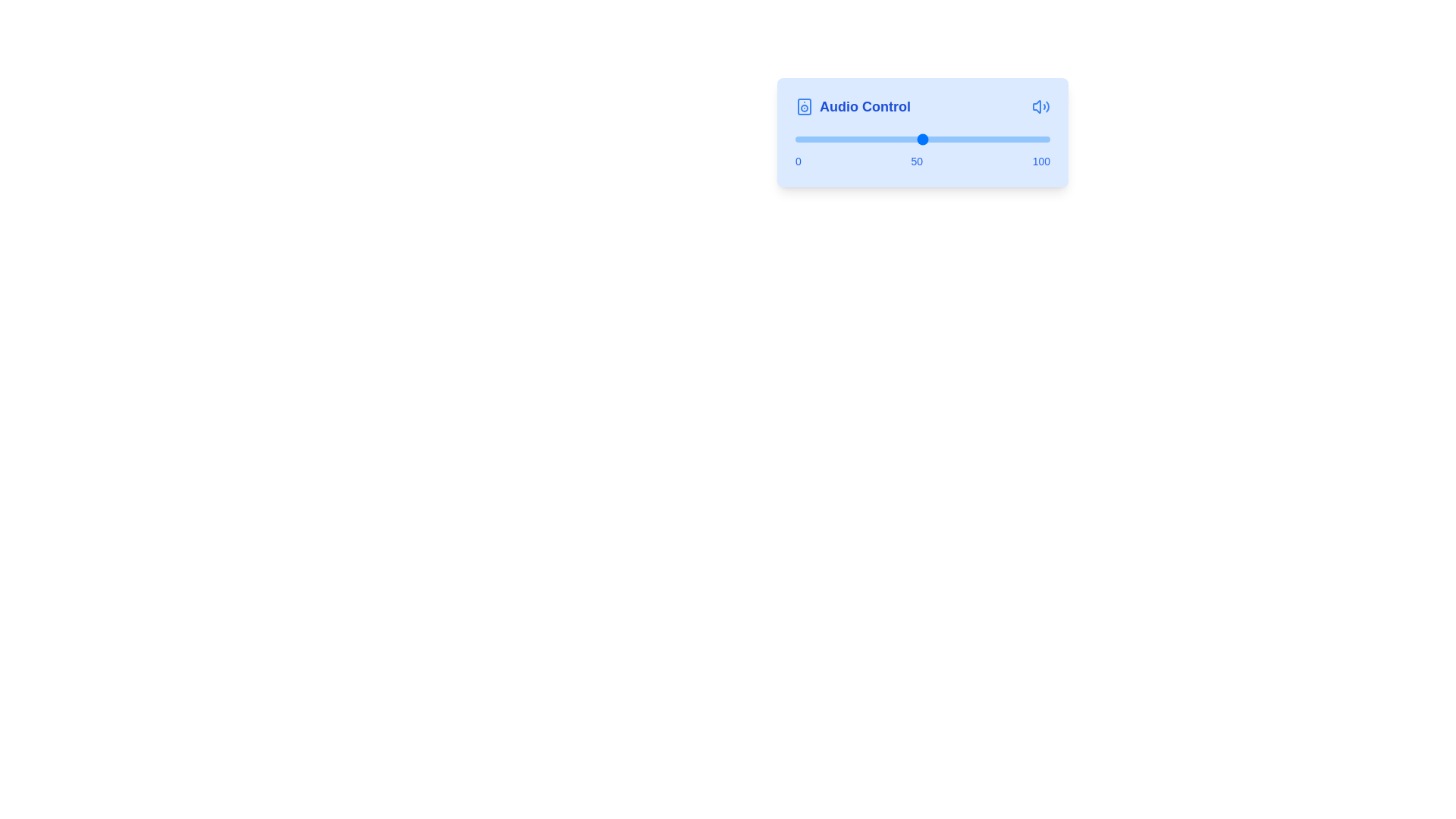 The width and height of the screenshot is (1456, 819). I want to click on the audio level, so click(856, 140).